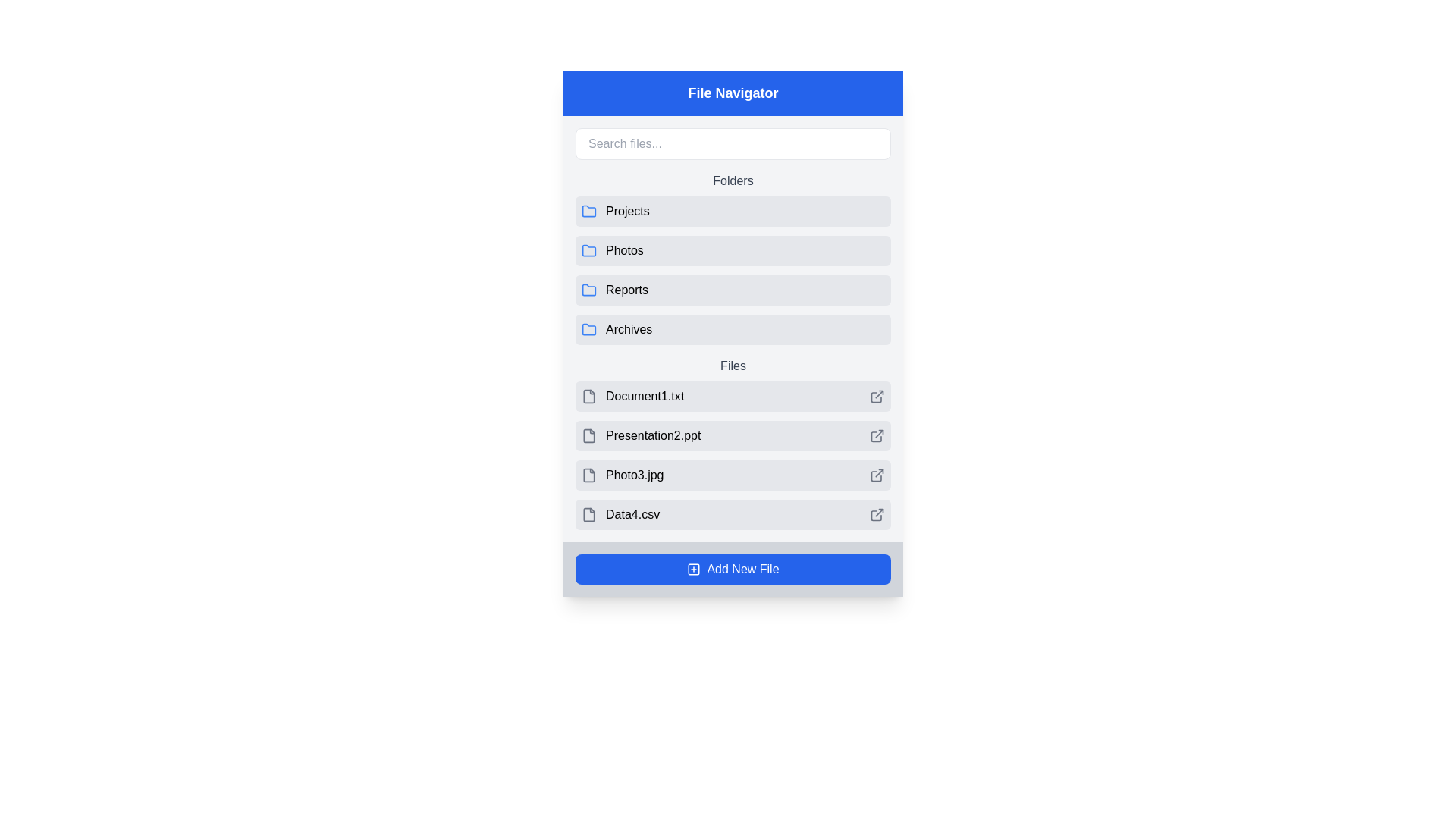 This screenshot has width=1456, height=819. Describe the element at coordinates (588, 249) in the screenshot. I see `the second folder icon in the 'Folders' section, which has blue edges and a light background, positioned to the left of the 'Photos' folder name` at that location.